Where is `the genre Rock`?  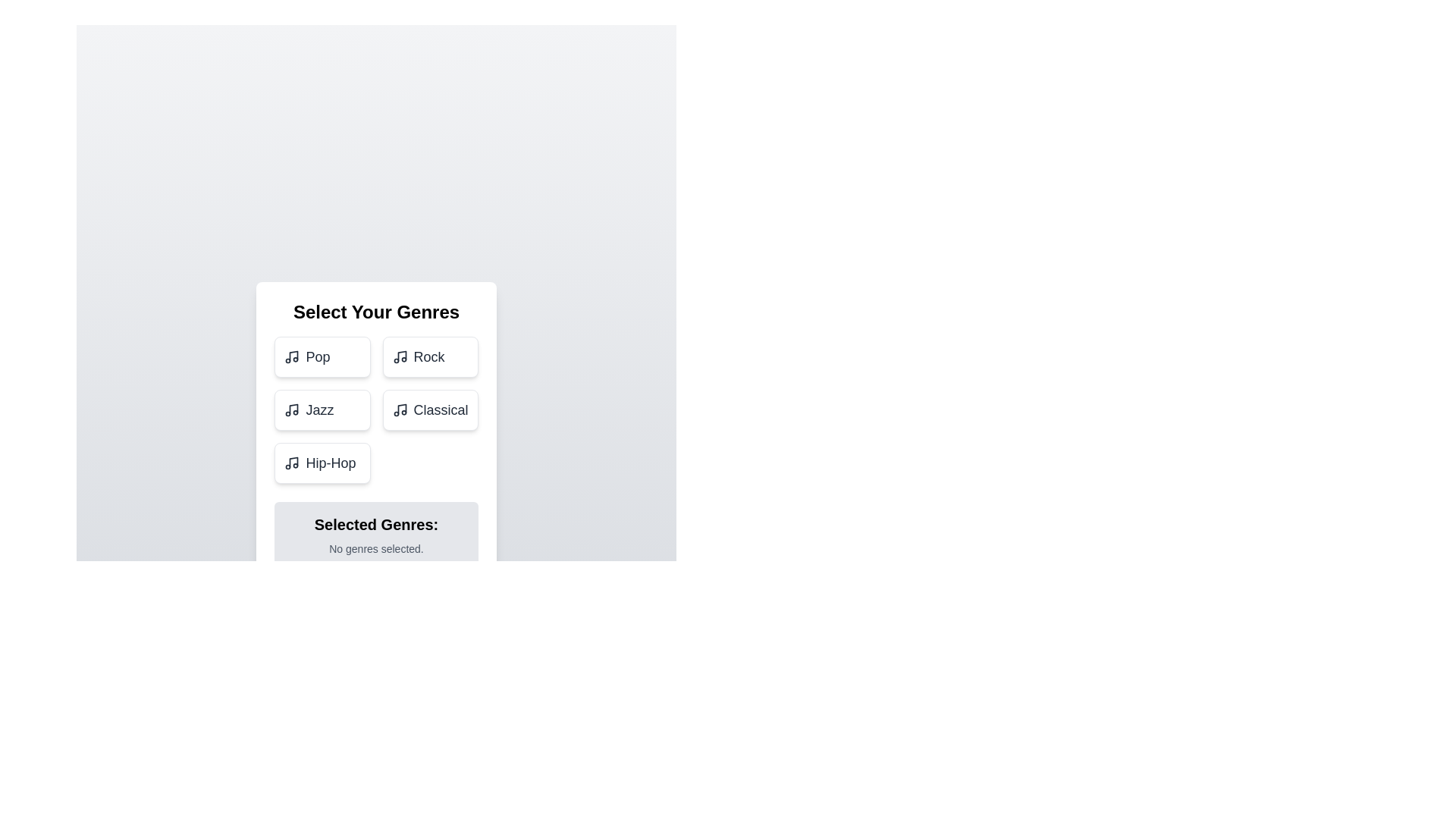
the genre Rock is located at coordinates (428, 356).